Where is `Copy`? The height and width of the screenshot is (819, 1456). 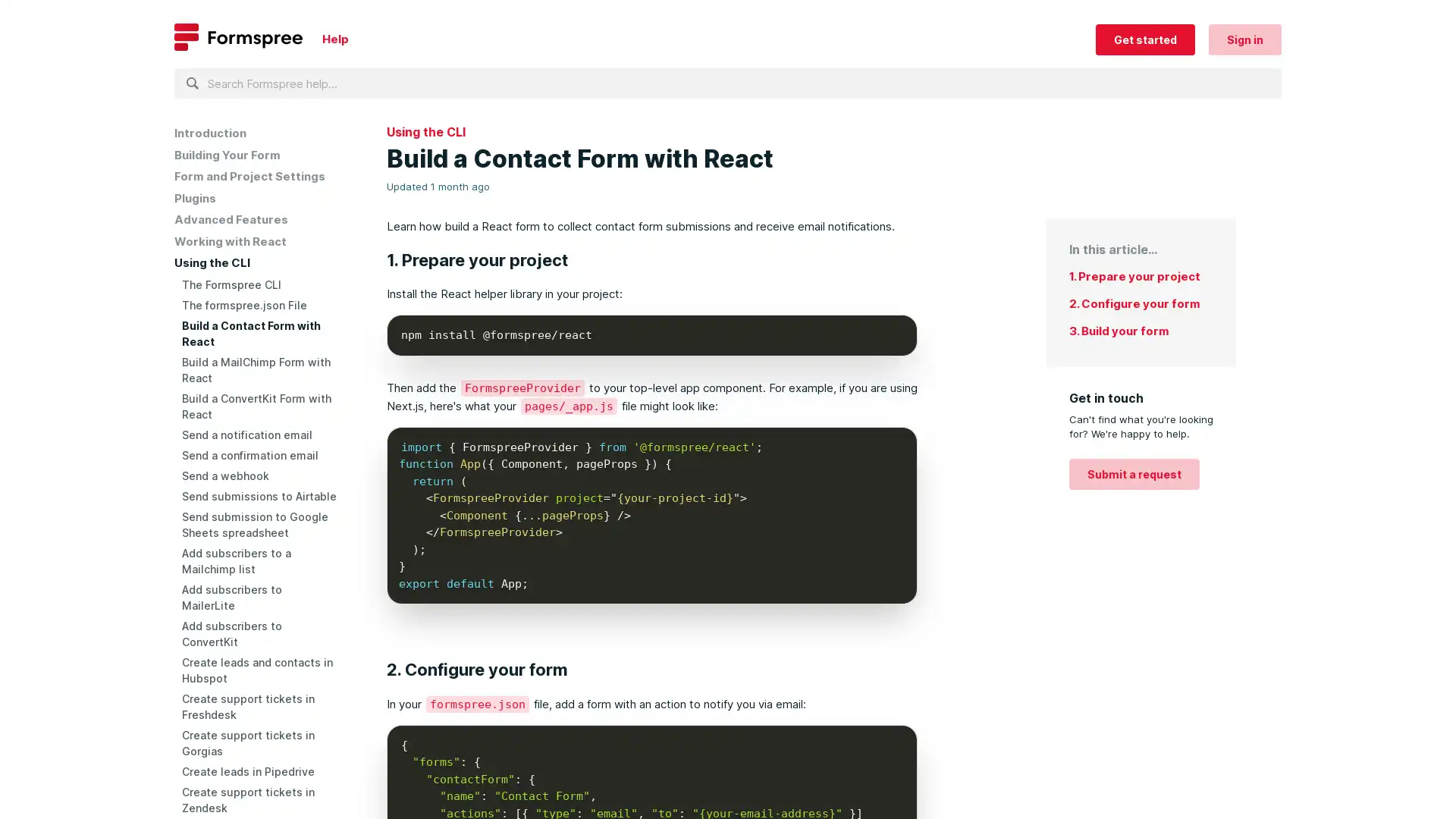
Copy is located at coordinates (899, 736).